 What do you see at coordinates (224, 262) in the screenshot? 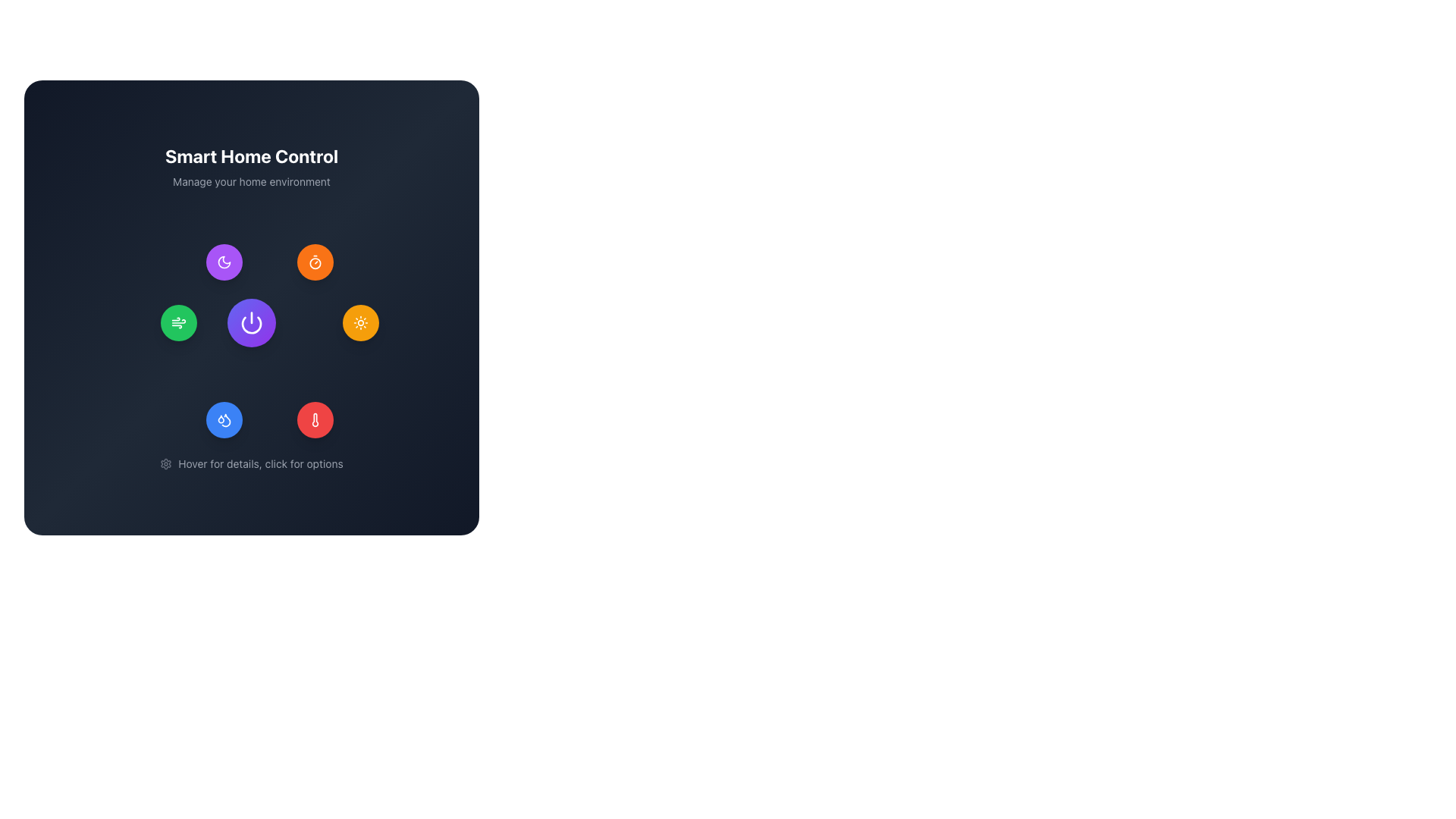
I see `the crescent moon icon, which is styled with a purple circular background and is located in the top-left position of the circular icon grid` at bounding box center [224, 262].